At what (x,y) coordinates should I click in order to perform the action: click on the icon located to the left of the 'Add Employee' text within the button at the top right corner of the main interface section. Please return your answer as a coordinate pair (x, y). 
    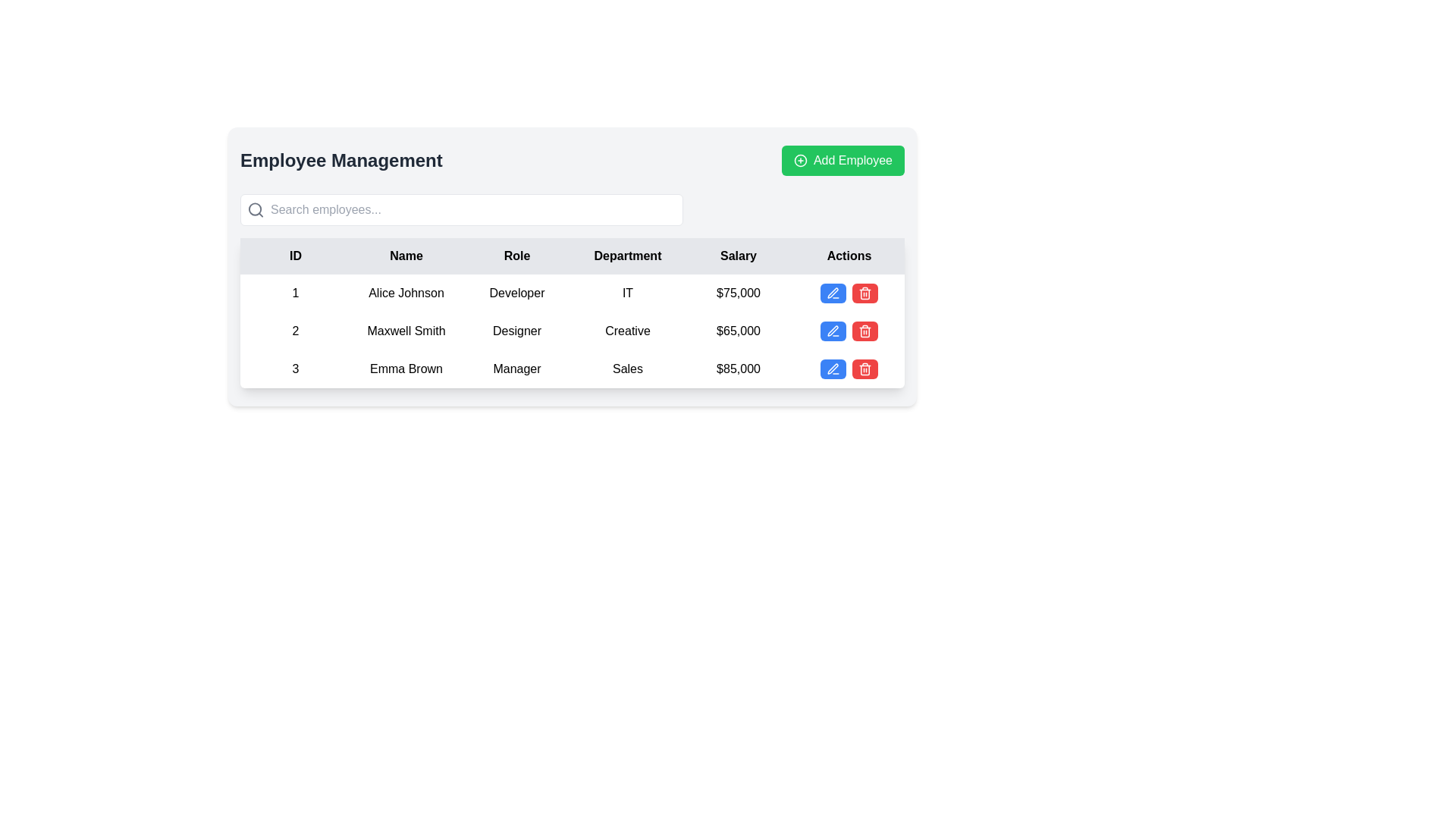
    Looking at the image, I should click on (800, 161).